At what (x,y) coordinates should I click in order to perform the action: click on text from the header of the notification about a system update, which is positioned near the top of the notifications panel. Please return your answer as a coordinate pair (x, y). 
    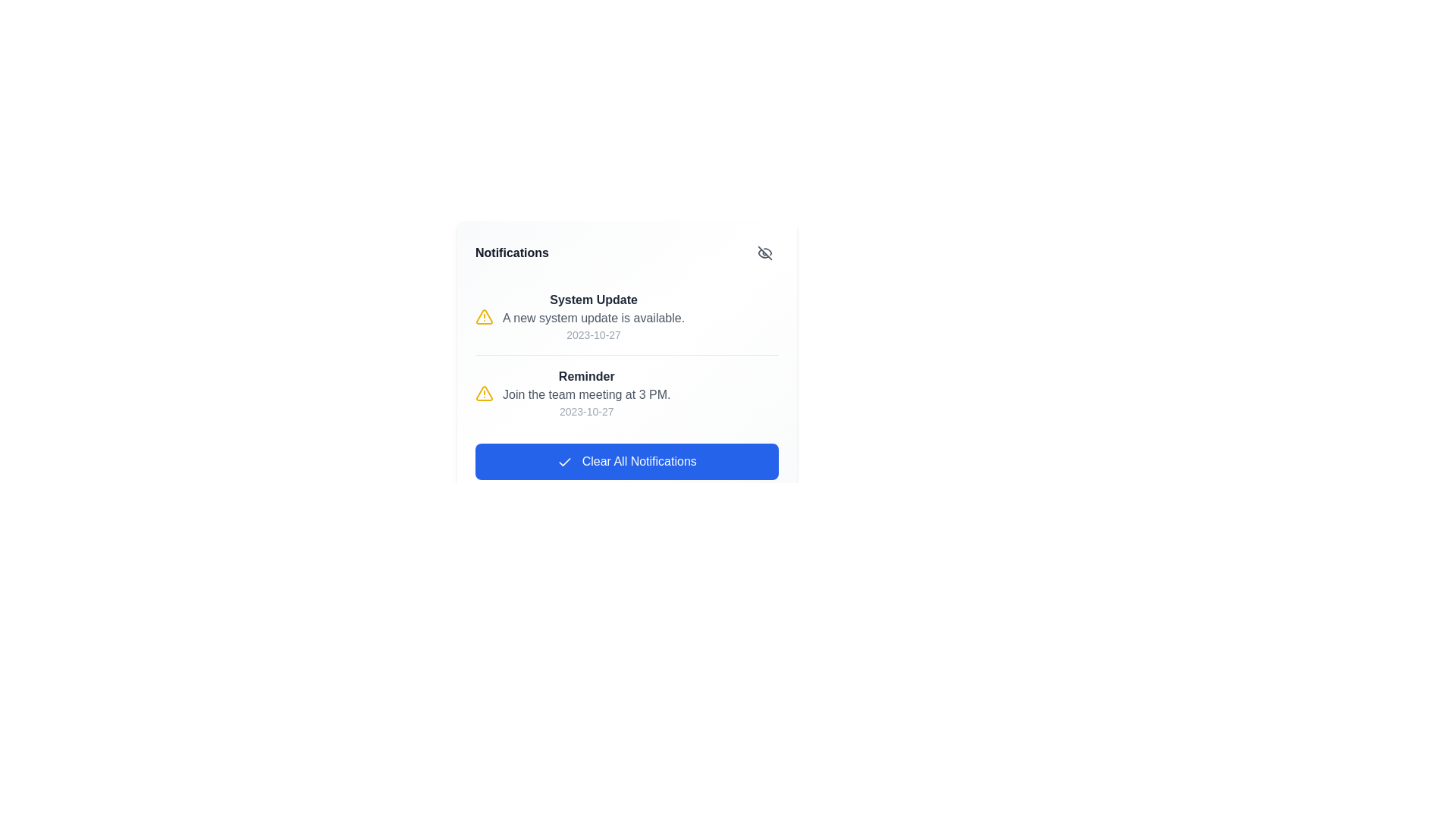
    Looking at the image, I should click on (592, 300).